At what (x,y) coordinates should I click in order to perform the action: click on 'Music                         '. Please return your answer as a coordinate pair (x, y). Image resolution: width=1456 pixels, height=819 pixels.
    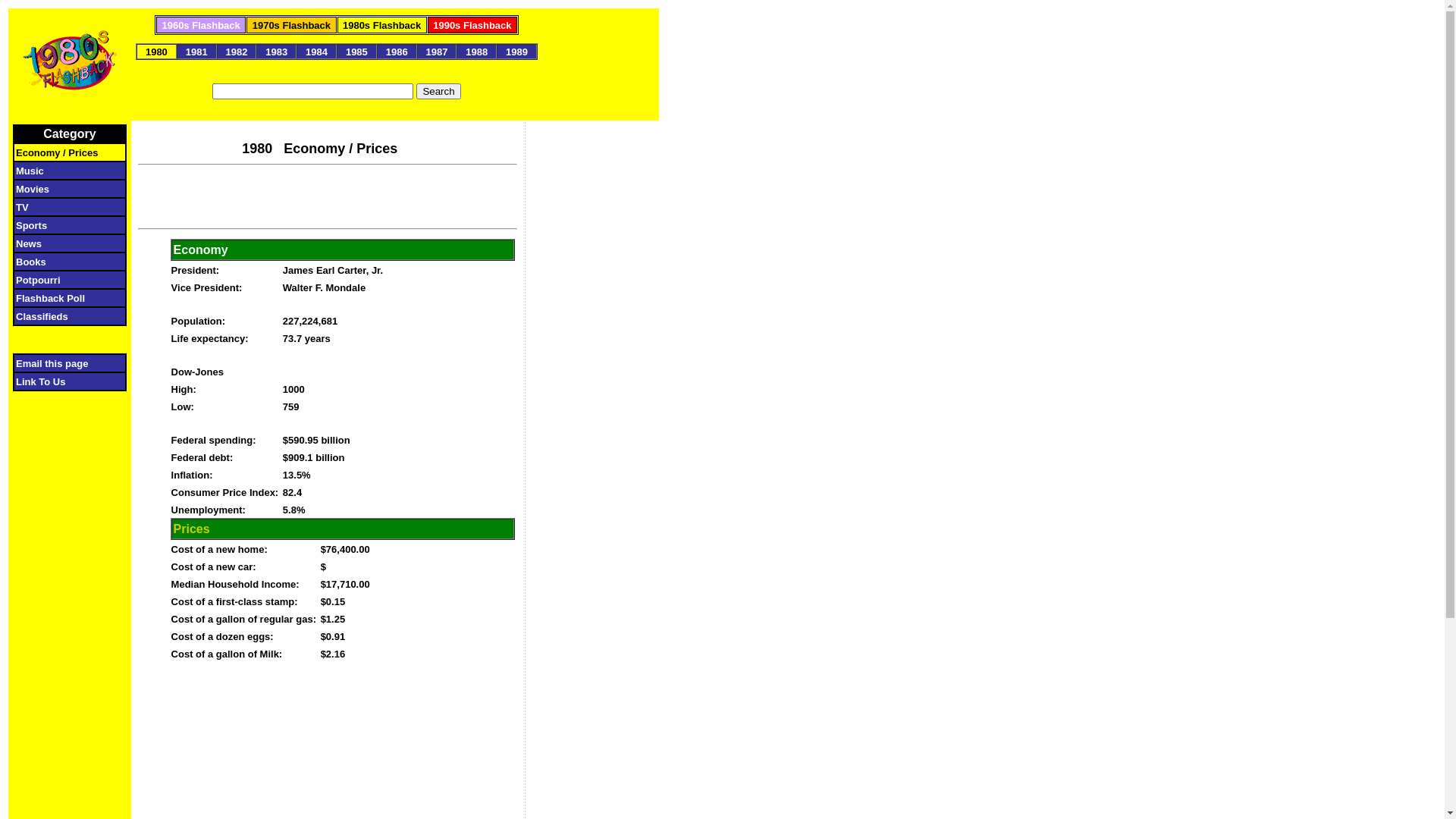
    Looking at the image, I should click on (63, 170).